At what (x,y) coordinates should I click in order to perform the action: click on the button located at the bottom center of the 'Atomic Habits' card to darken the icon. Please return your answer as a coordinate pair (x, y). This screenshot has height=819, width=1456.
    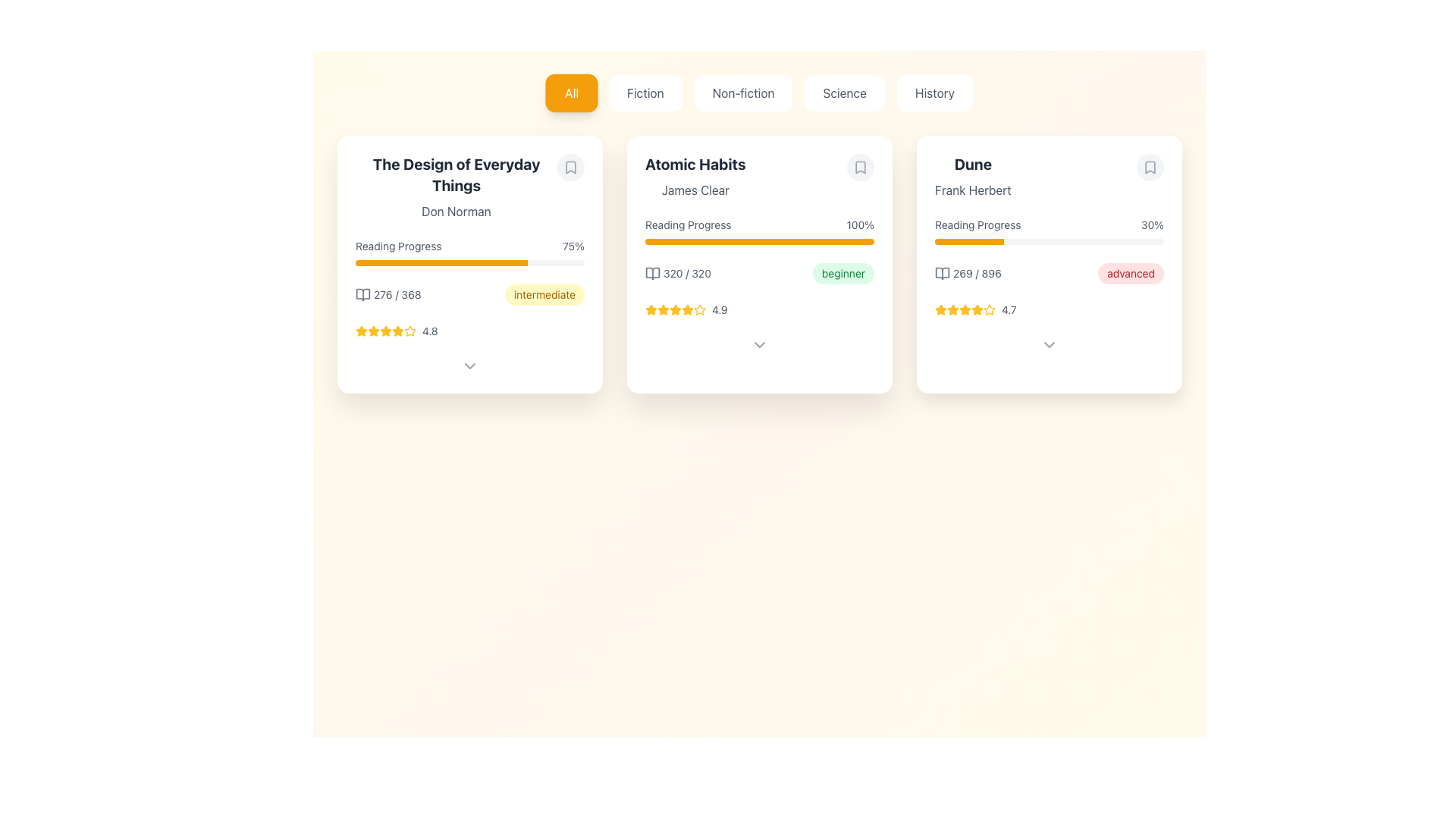
    Looking at the image, I should click on (760, 345).